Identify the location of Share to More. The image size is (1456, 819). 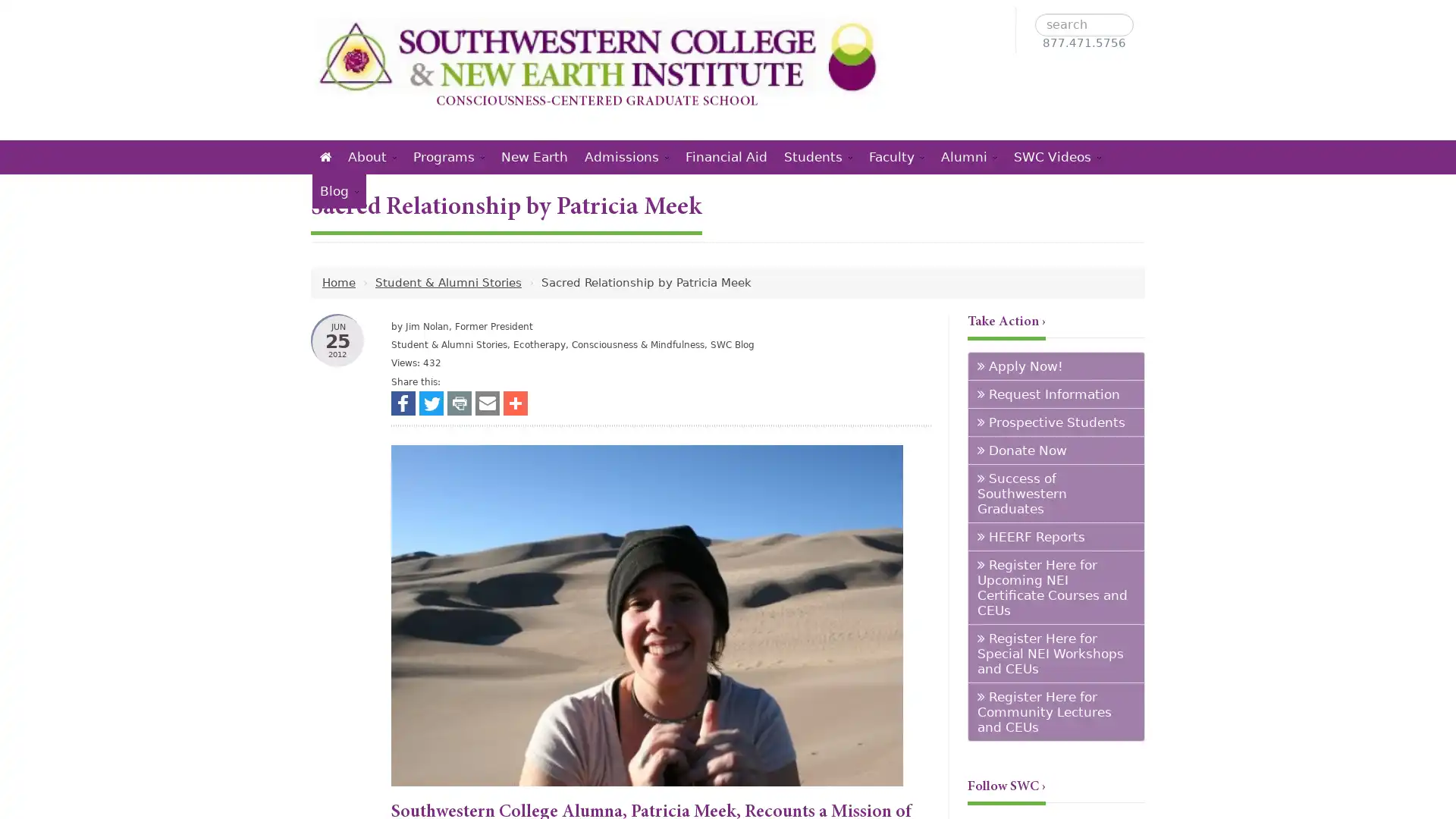
(516, 402).